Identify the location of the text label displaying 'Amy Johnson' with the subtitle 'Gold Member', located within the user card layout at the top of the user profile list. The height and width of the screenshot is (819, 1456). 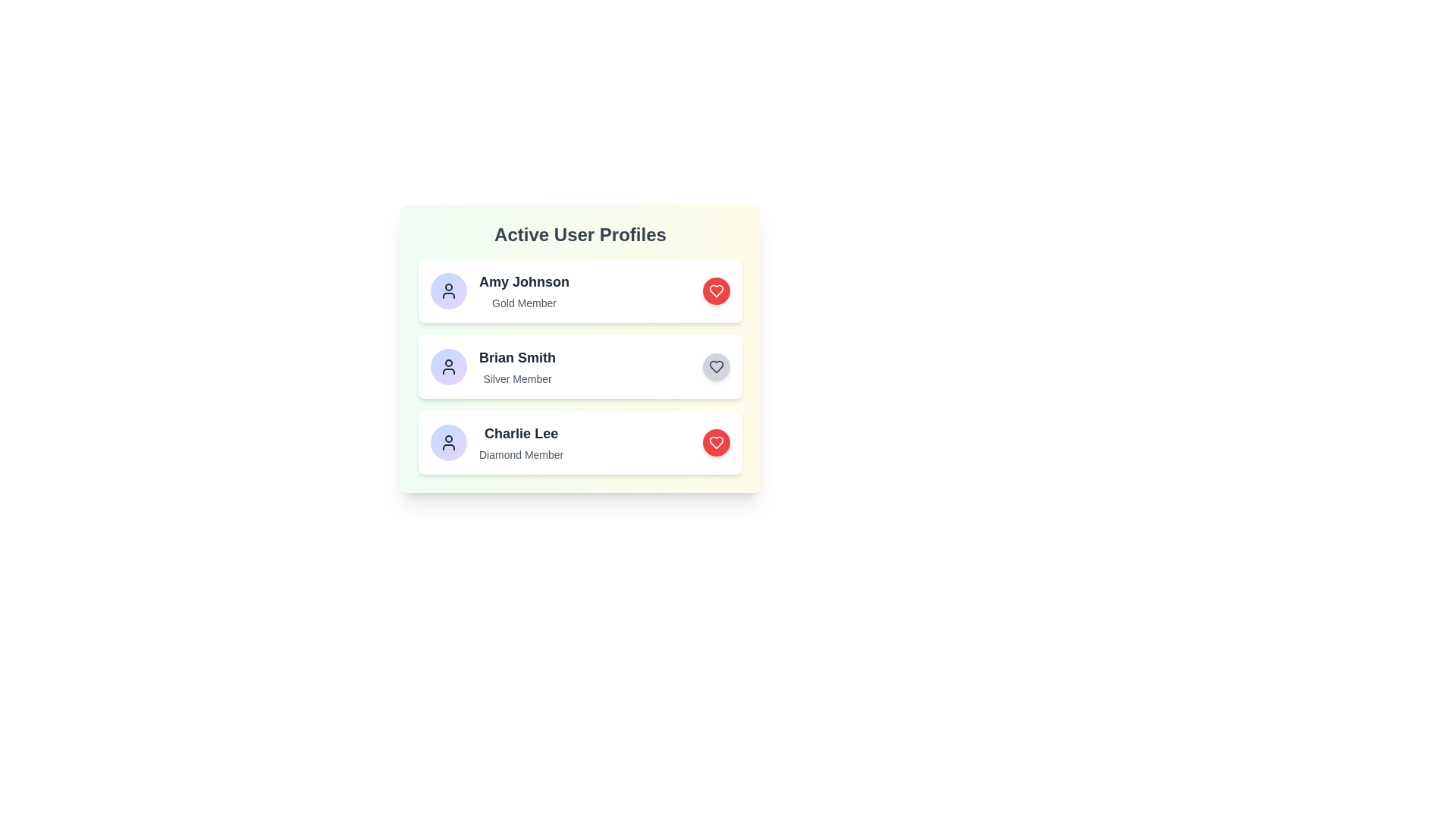
(524, 291).